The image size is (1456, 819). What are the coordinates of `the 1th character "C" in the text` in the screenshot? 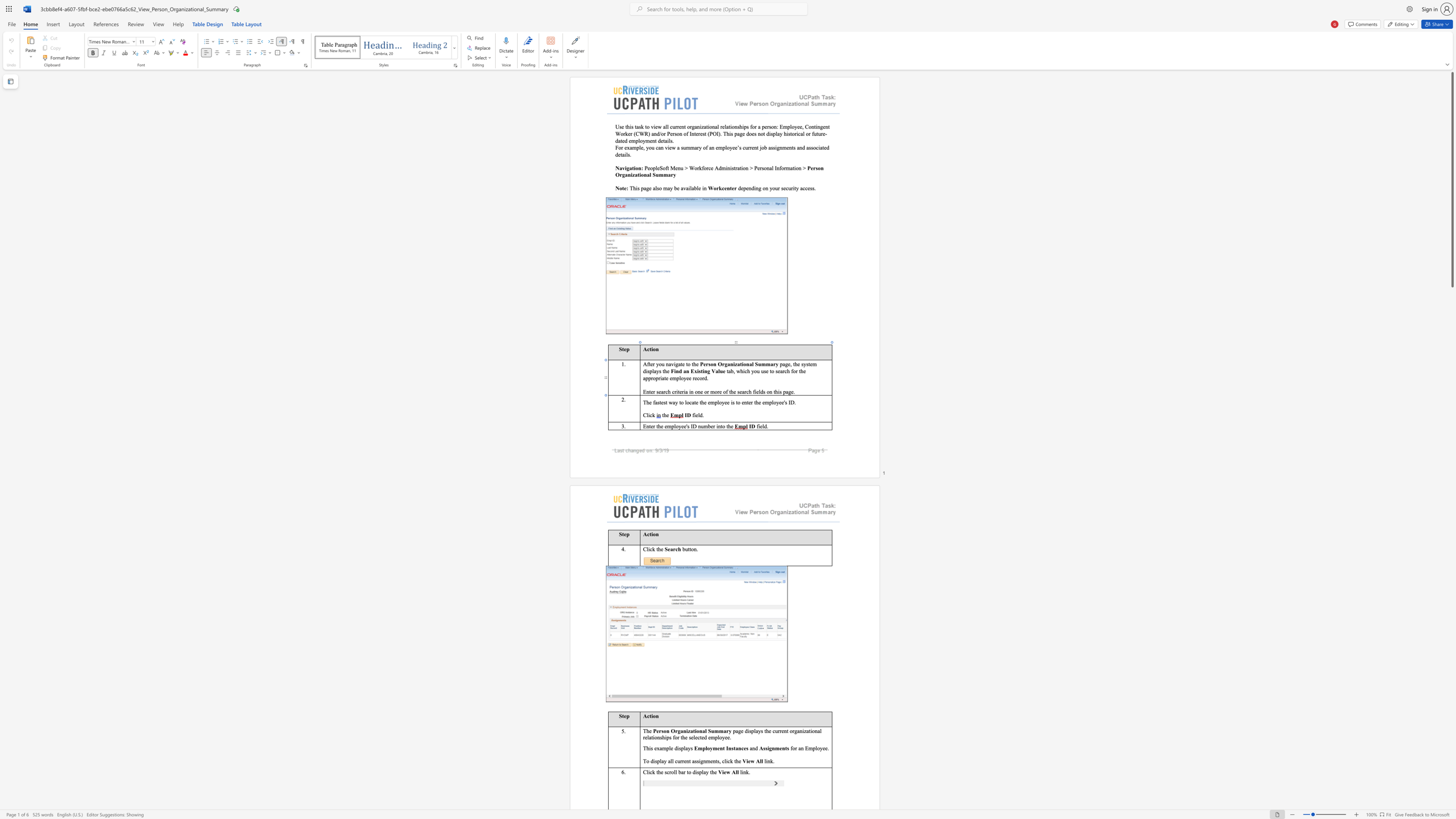 It's located at (644, 549).